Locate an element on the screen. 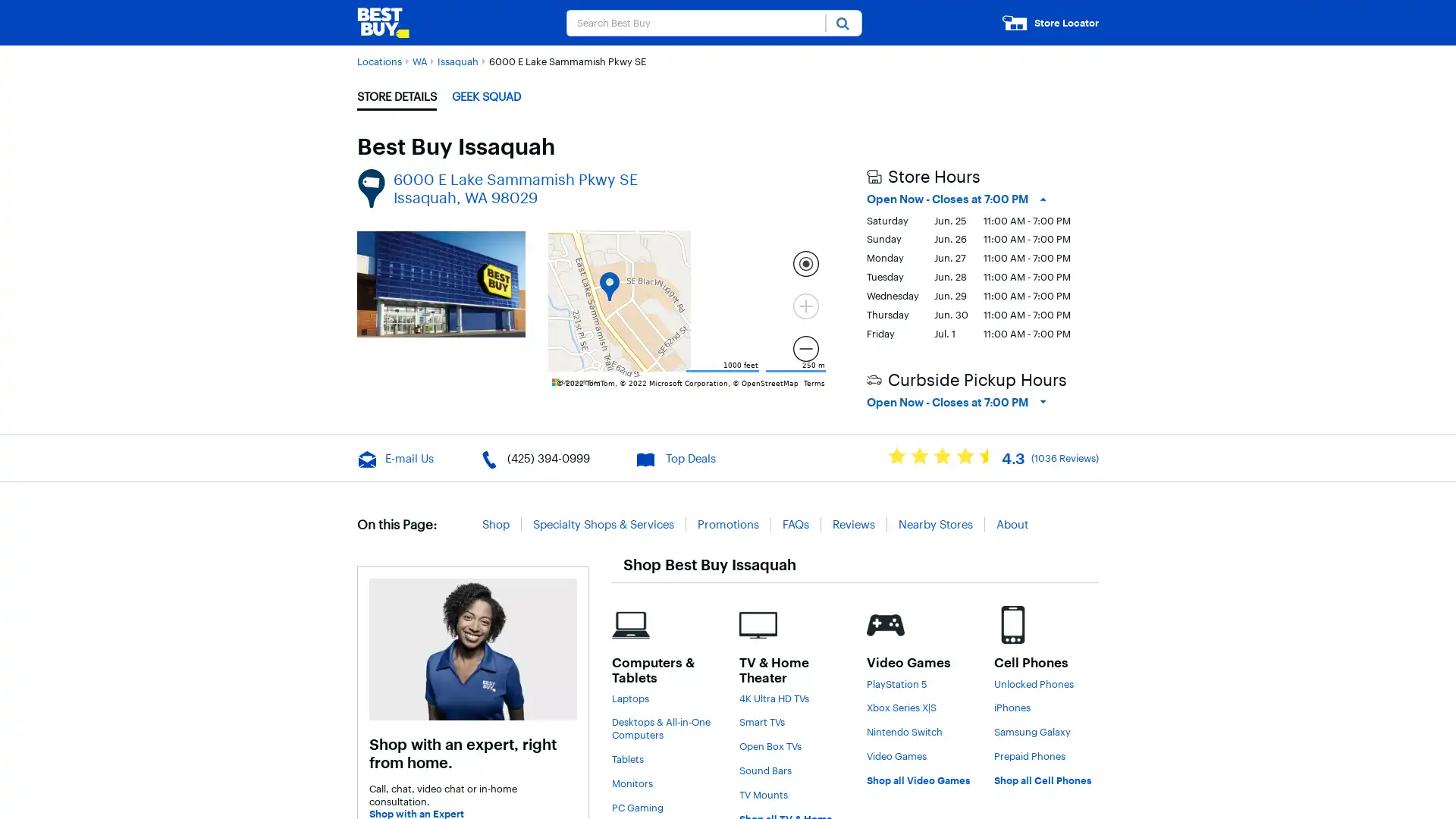  Current Level 15, Zoom In Zoom in Disabled is located at coordinates (805, 305).